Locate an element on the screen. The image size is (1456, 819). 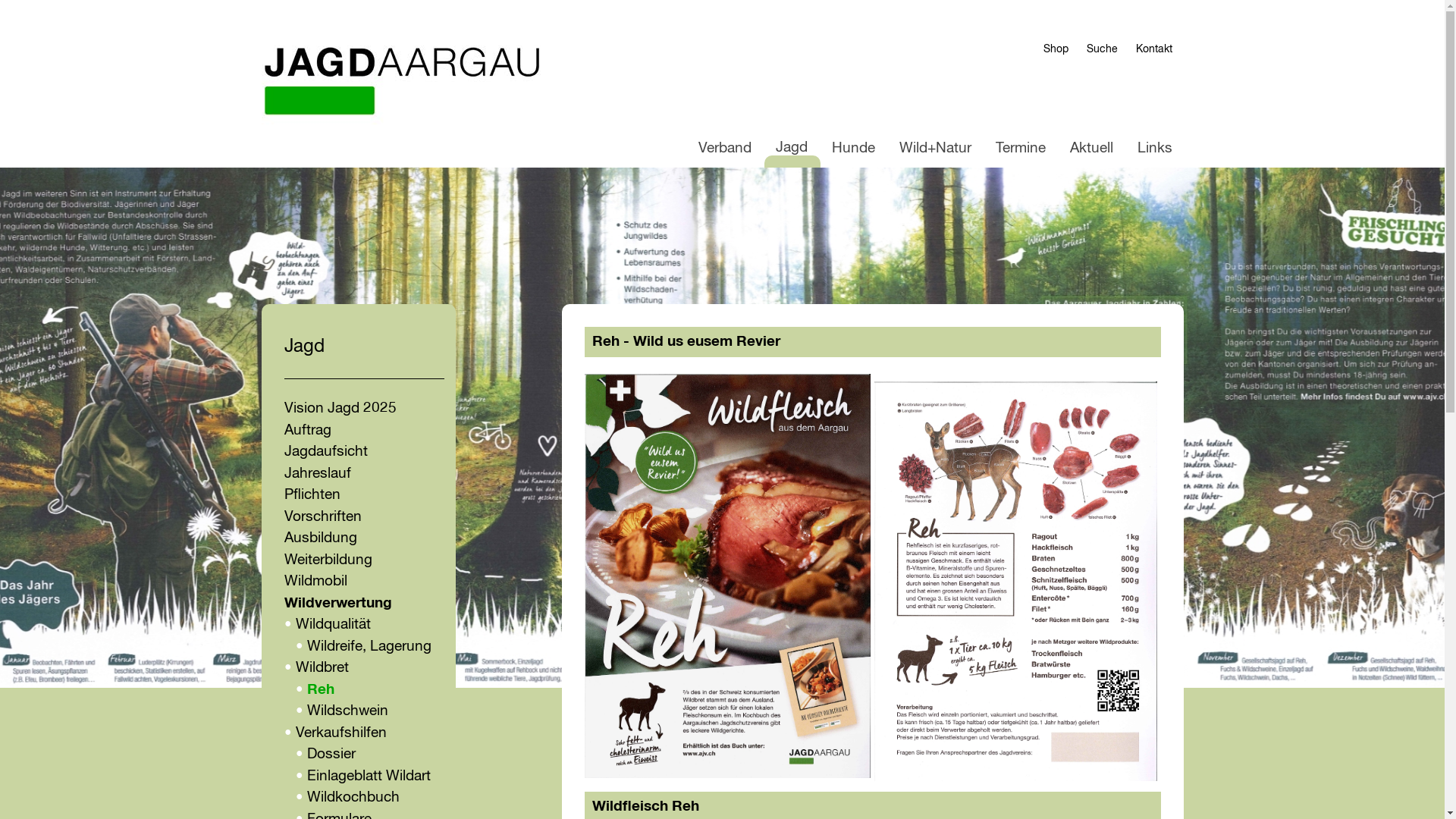
'Wildschwein' is located at coordinates (346, 711).